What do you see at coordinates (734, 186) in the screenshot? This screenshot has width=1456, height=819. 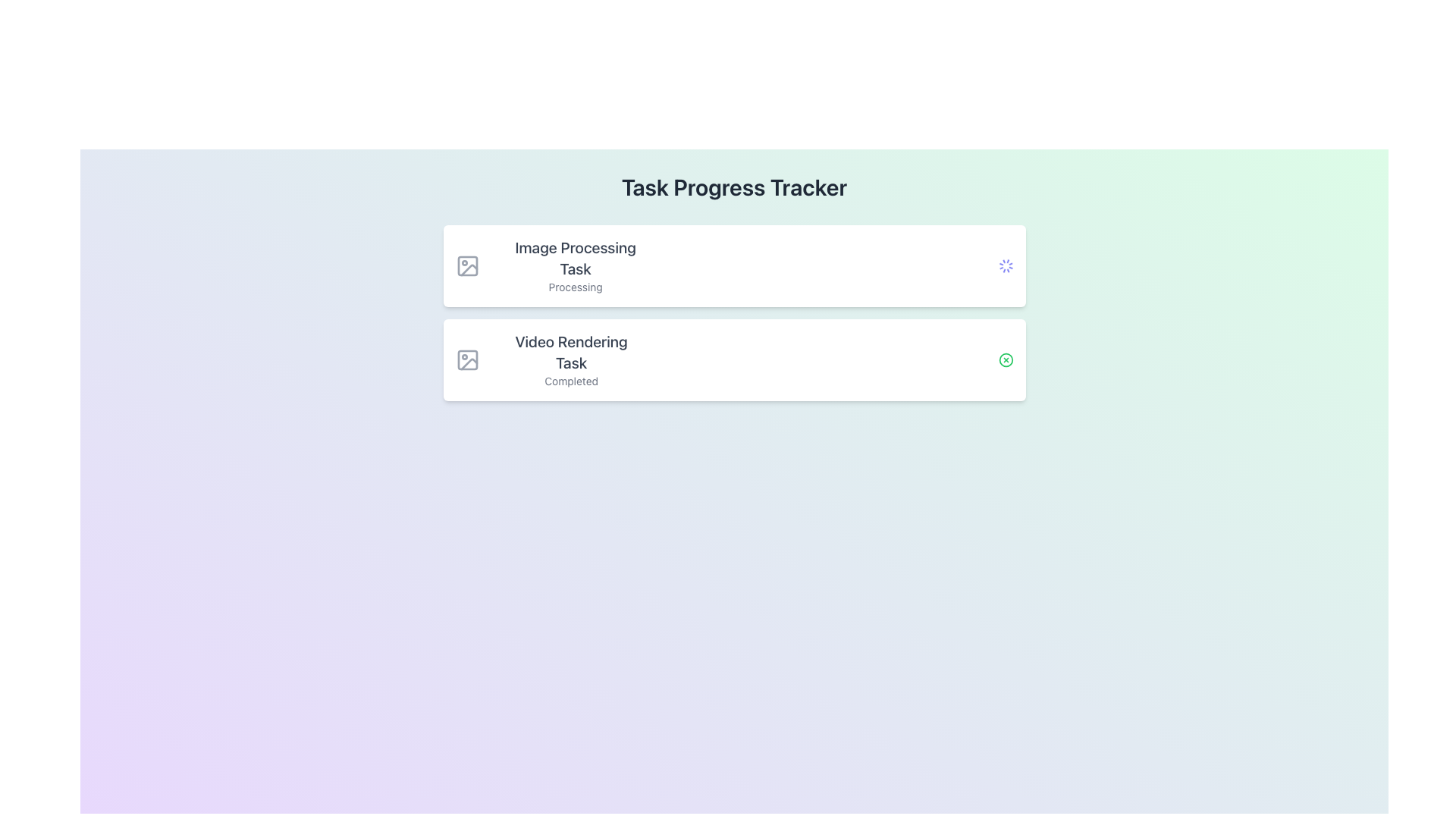 I see `text from the title or header label that displays the purpose of the page, which is to track task progress, located at the top center of the interface` at bounding box center [734, 186].